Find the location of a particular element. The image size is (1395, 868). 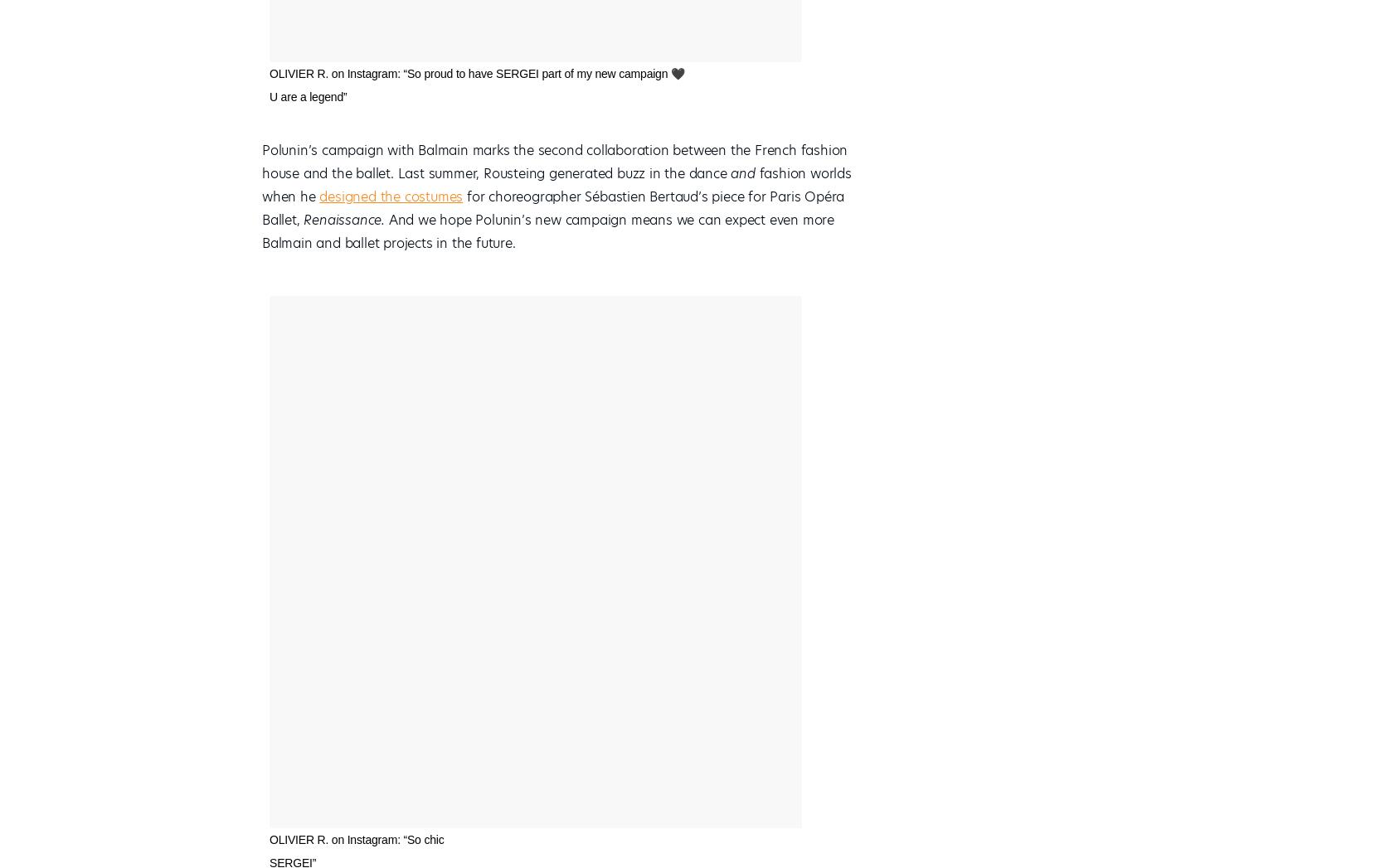

'Polunin’s campaign with Balmain marks the second collaboration between the French fashion house and the ballet. Last summer, Rousteing generated buzz in the dance' is located at coordinates (554, 161).